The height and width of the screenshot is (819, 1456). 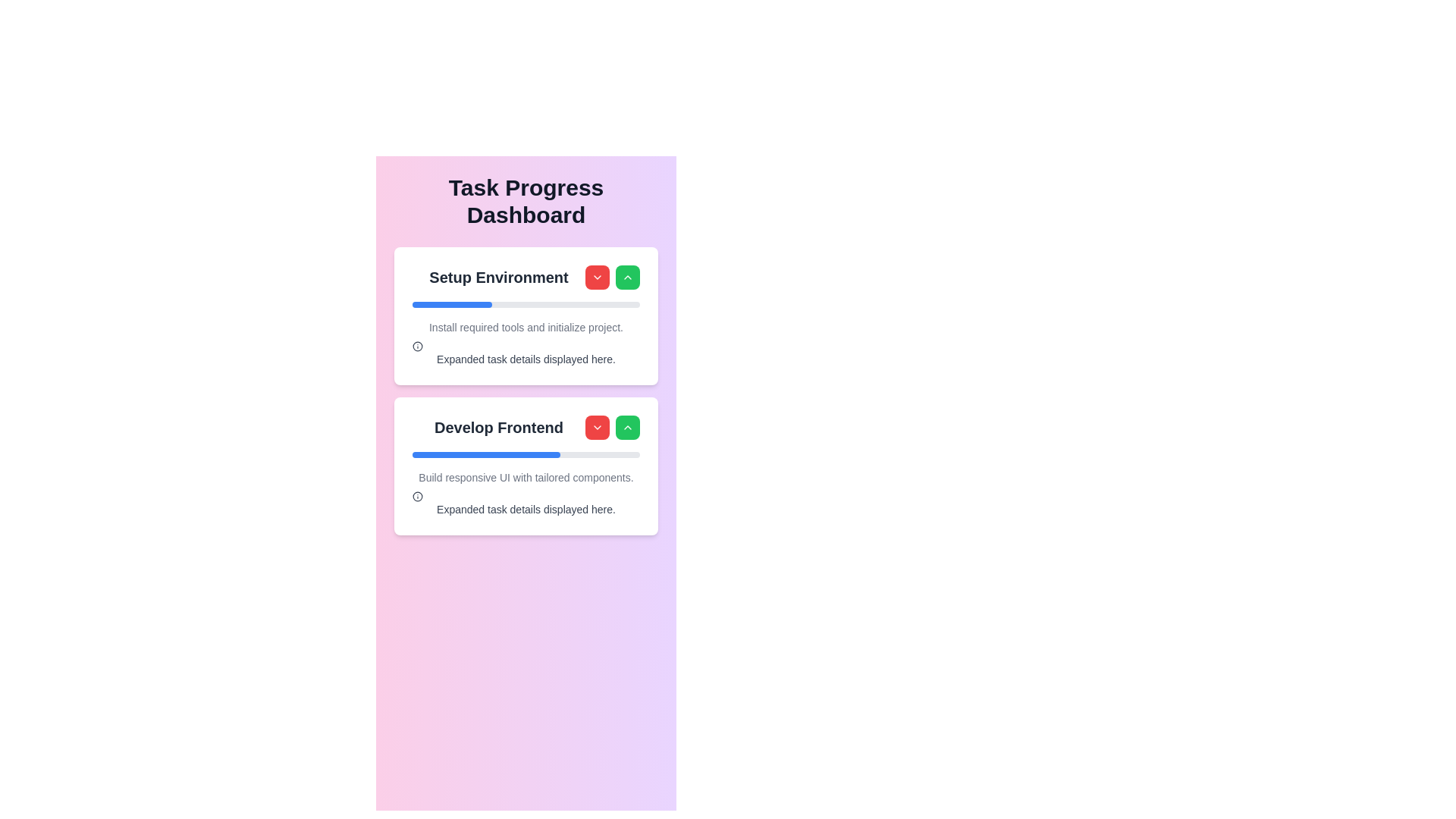 What do you see at coordinates (526, 353) in the screenshot?
I see `the informational Text label located in the 'Setup Environment' section, positioned below the blue progress bar and following the text 'Install required tools and initialize project.'` at bounding box center [526, 353].